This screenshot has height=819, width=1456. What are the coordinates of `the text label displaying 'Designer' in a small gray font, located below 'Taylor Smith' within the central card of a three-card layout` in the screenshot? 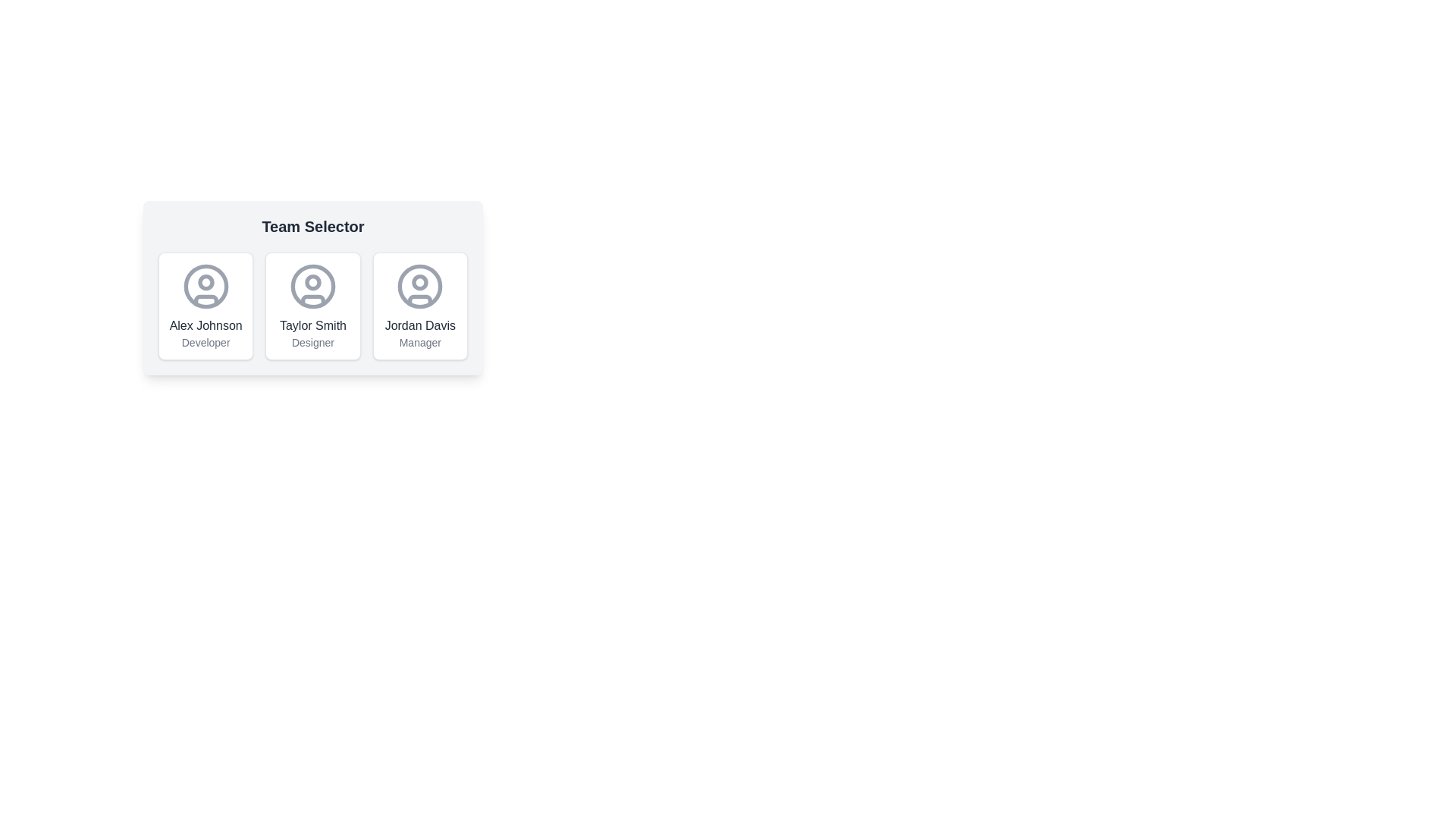 It's located at (312, 342).